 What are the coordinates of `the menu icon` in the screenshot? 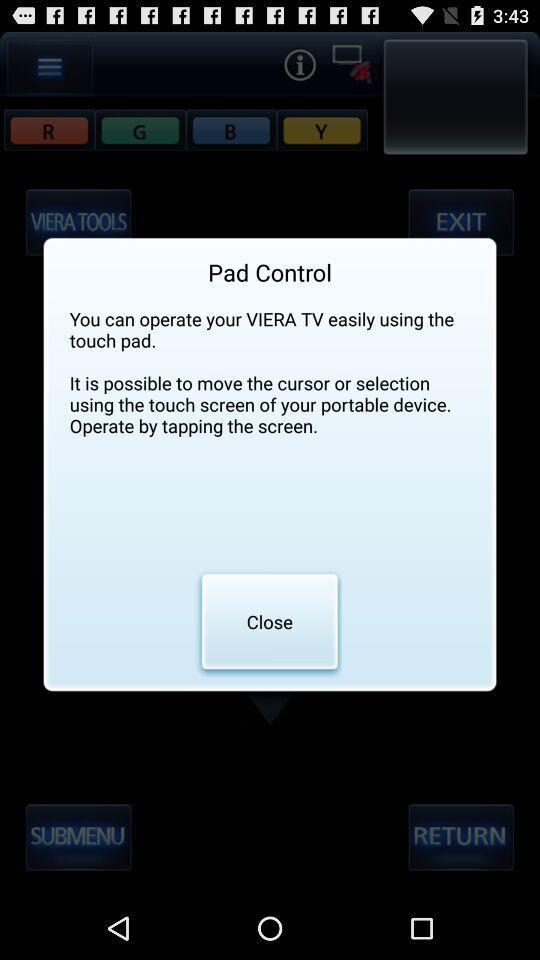 It's located at (50, 71).